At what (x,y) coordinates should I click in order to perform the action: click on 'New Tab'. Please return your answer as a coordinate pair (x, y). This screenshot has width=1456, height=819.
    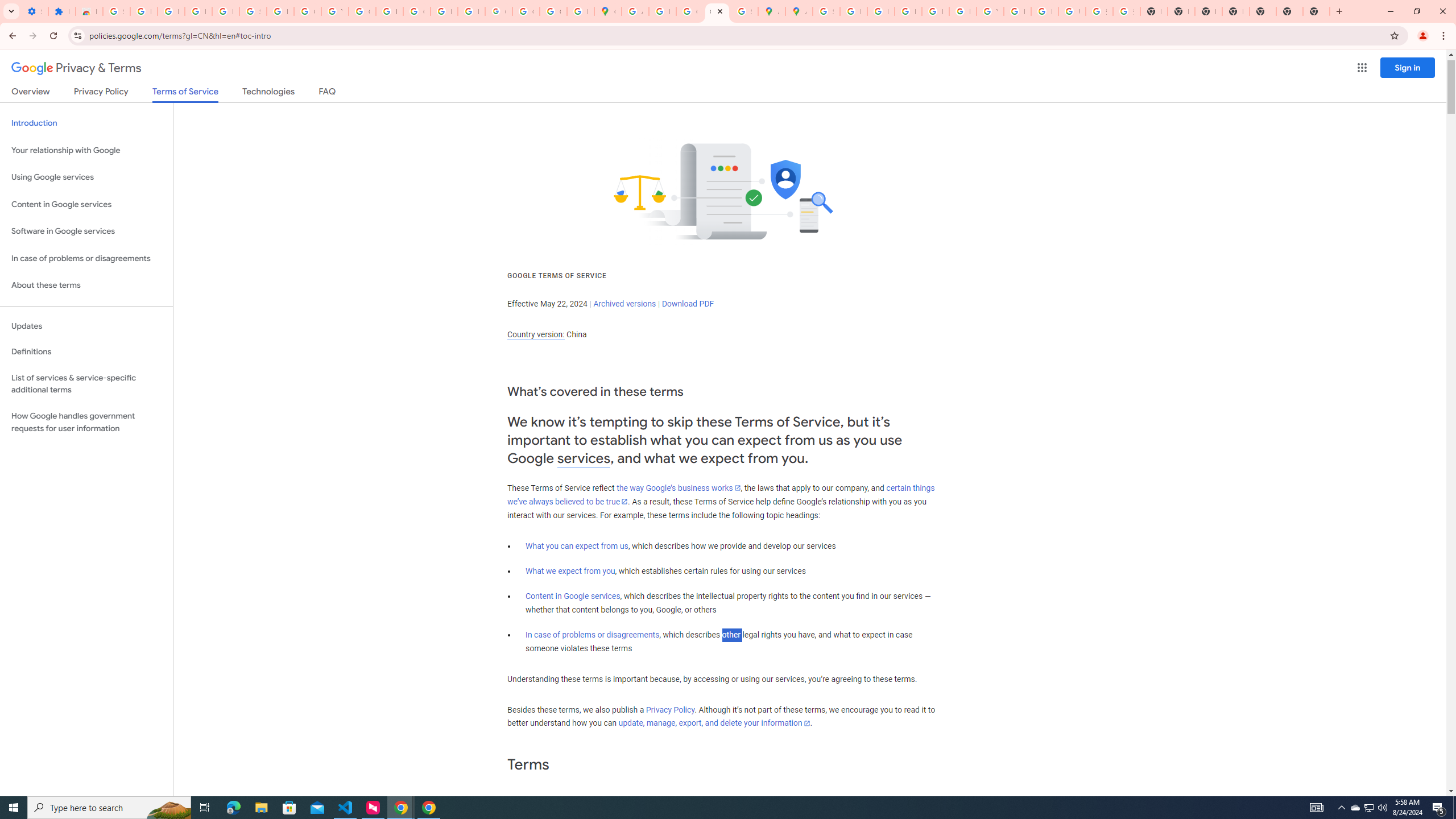
    Looking at the image, I should click on (1289, 11).